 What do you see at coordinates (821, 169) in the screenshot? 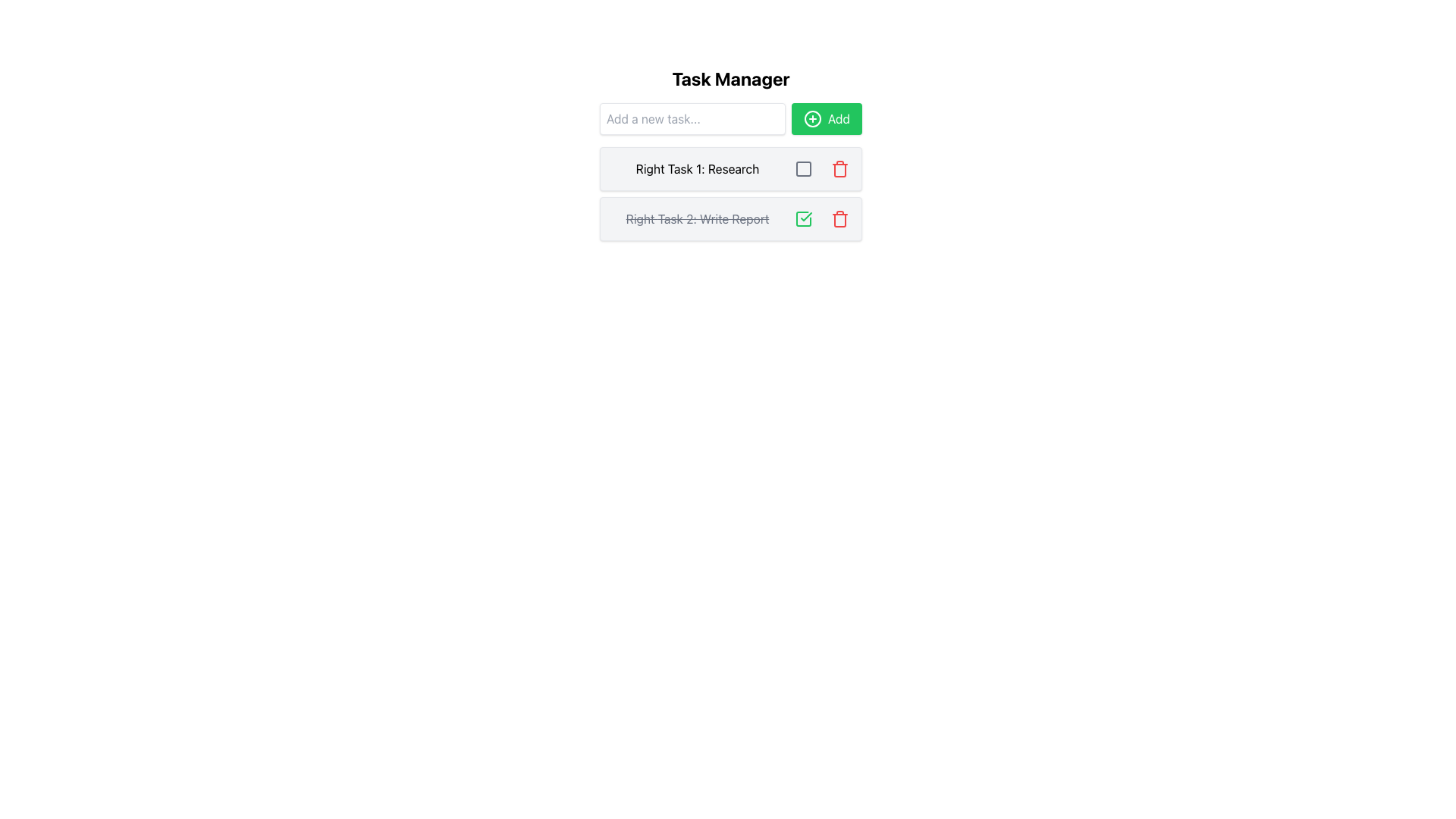
I see `the checkbox for the 'Right Task 1: Research' task, located immediately to the left of the red trash can icon` at bounding box center [821, 169].